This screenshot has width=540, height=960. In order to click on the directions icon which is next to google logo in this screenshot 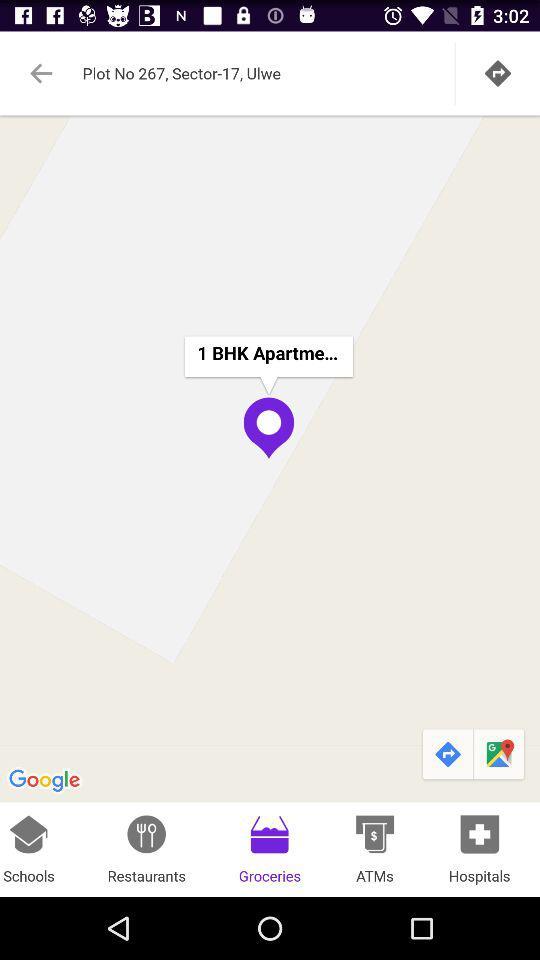, I will do `click(447, 754)`.